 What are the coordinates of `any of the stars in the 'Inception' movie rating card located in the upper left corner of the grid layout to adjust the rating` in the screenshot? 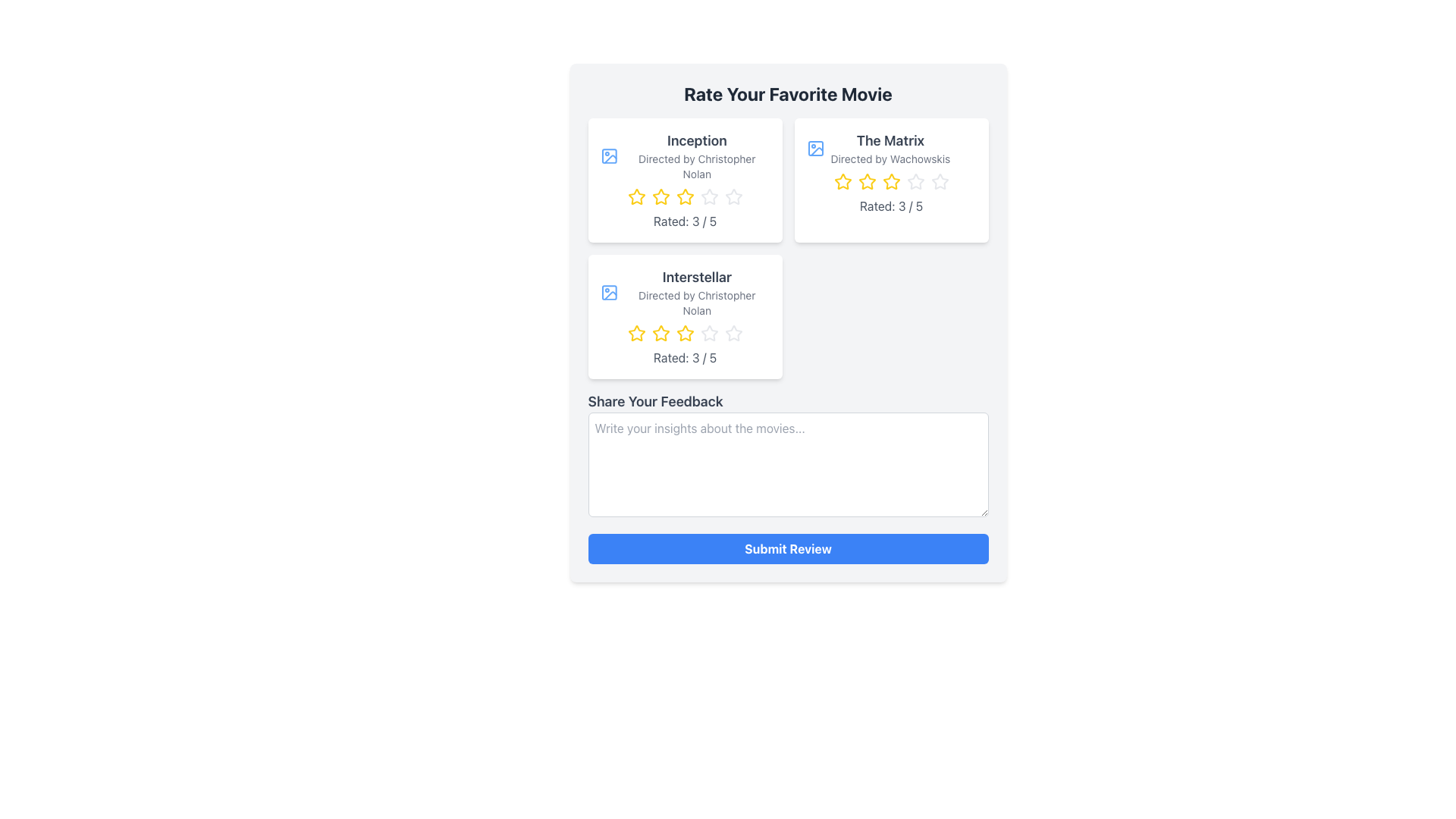 It's located at (684, 180).